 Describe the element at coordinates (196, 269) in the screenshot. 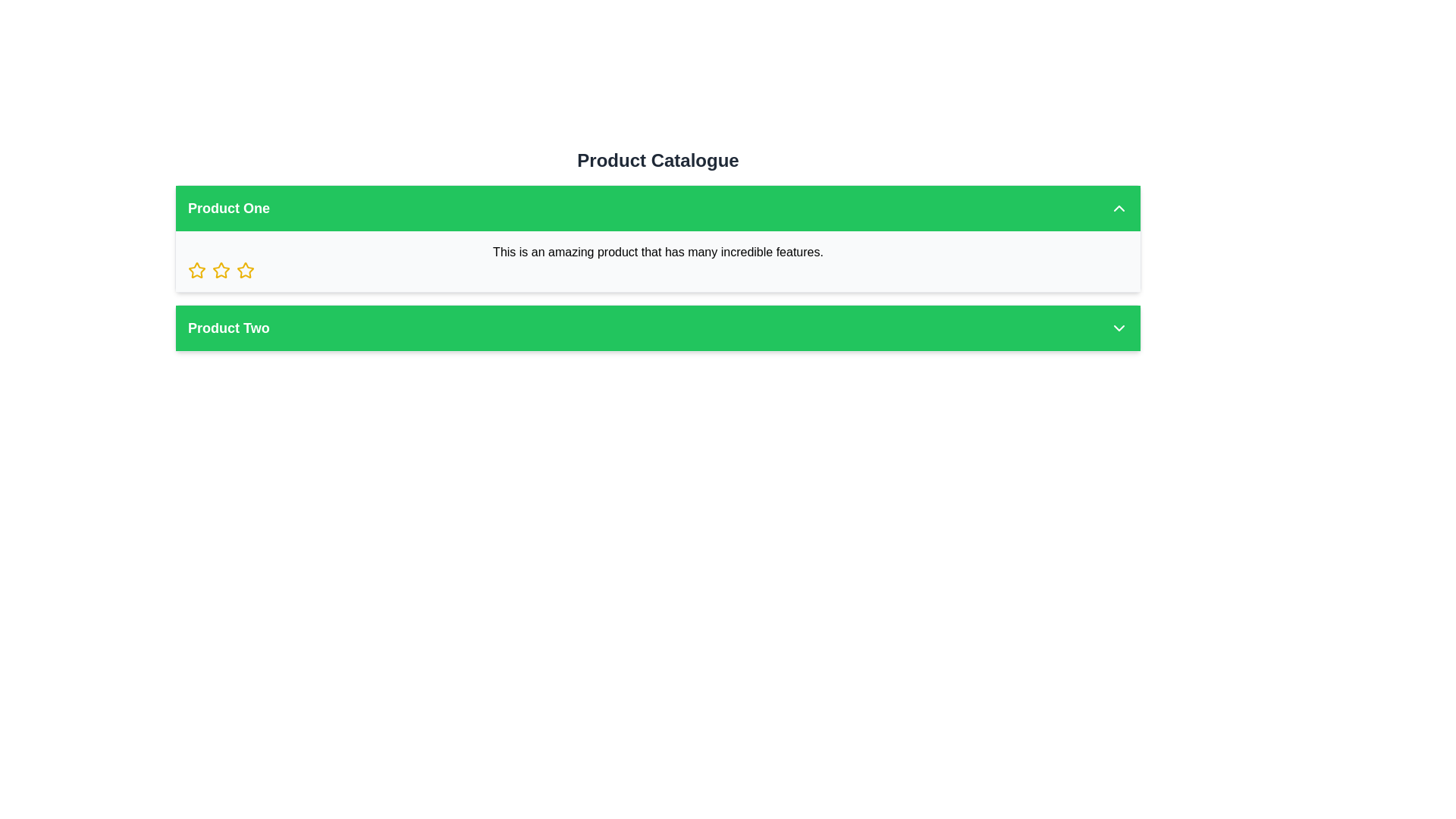

I see `the first star icon with a yellow outline and white interior, located under 'Product One', for reordering` at that location.